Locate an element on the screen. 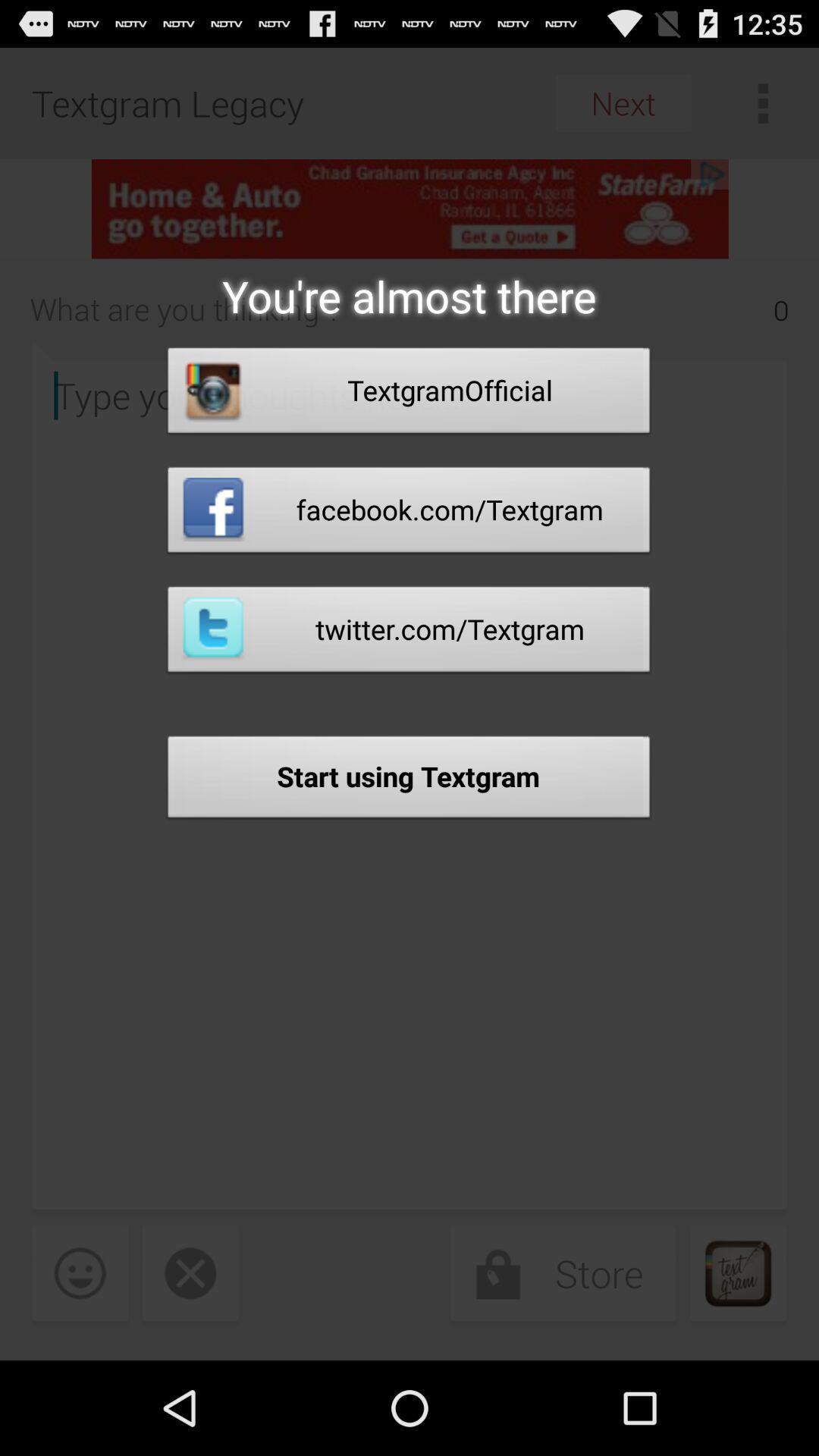 The image size is (819, 1456). textgramofficial icon is located at coordinates (408, 394).